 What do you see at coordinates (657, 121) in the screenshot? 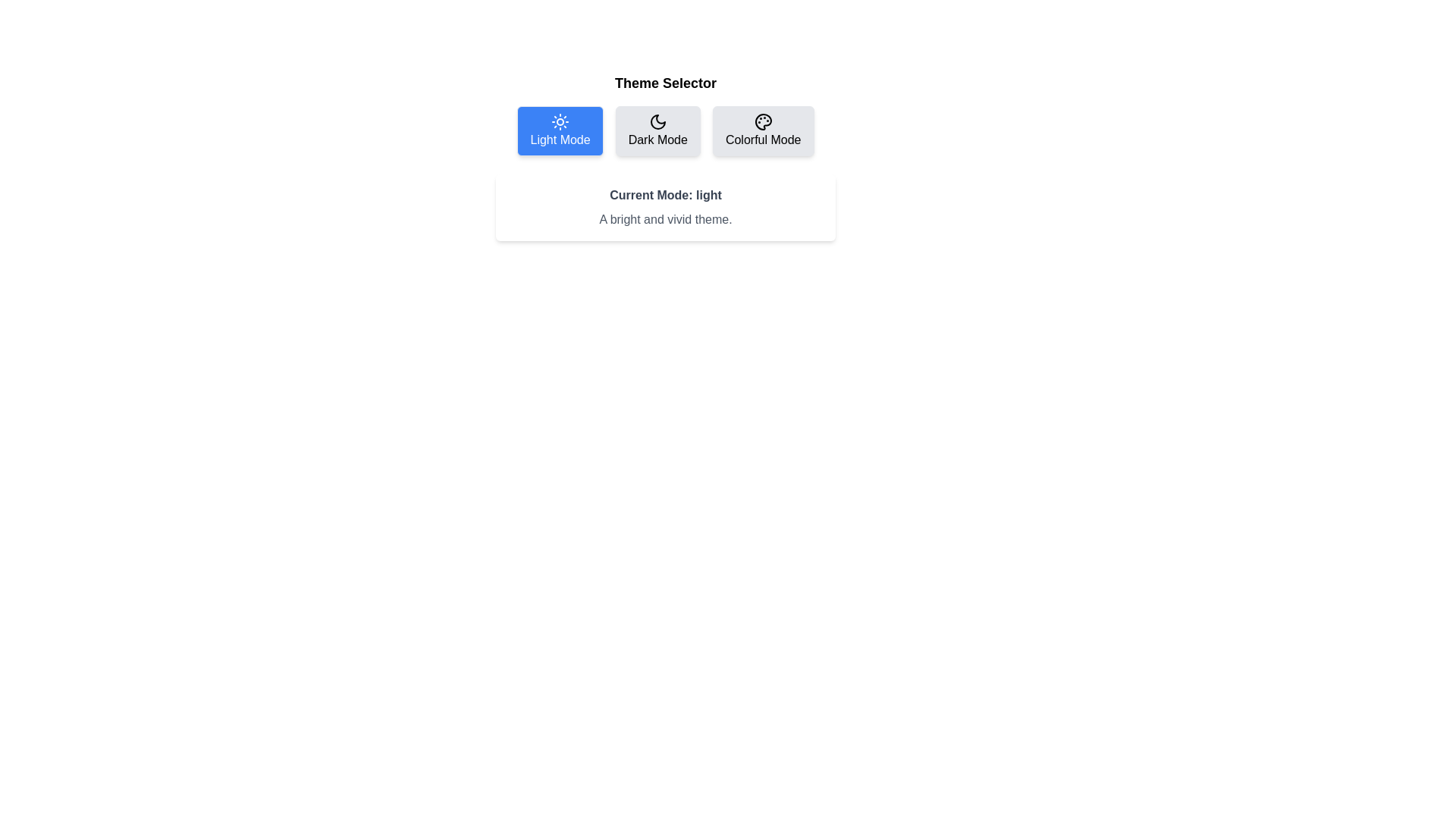
I see `the 'Dark Mode' icon located above the 'Dark Mode' text label in the 'Theme Selector' section` at bounding box center [657, 121].